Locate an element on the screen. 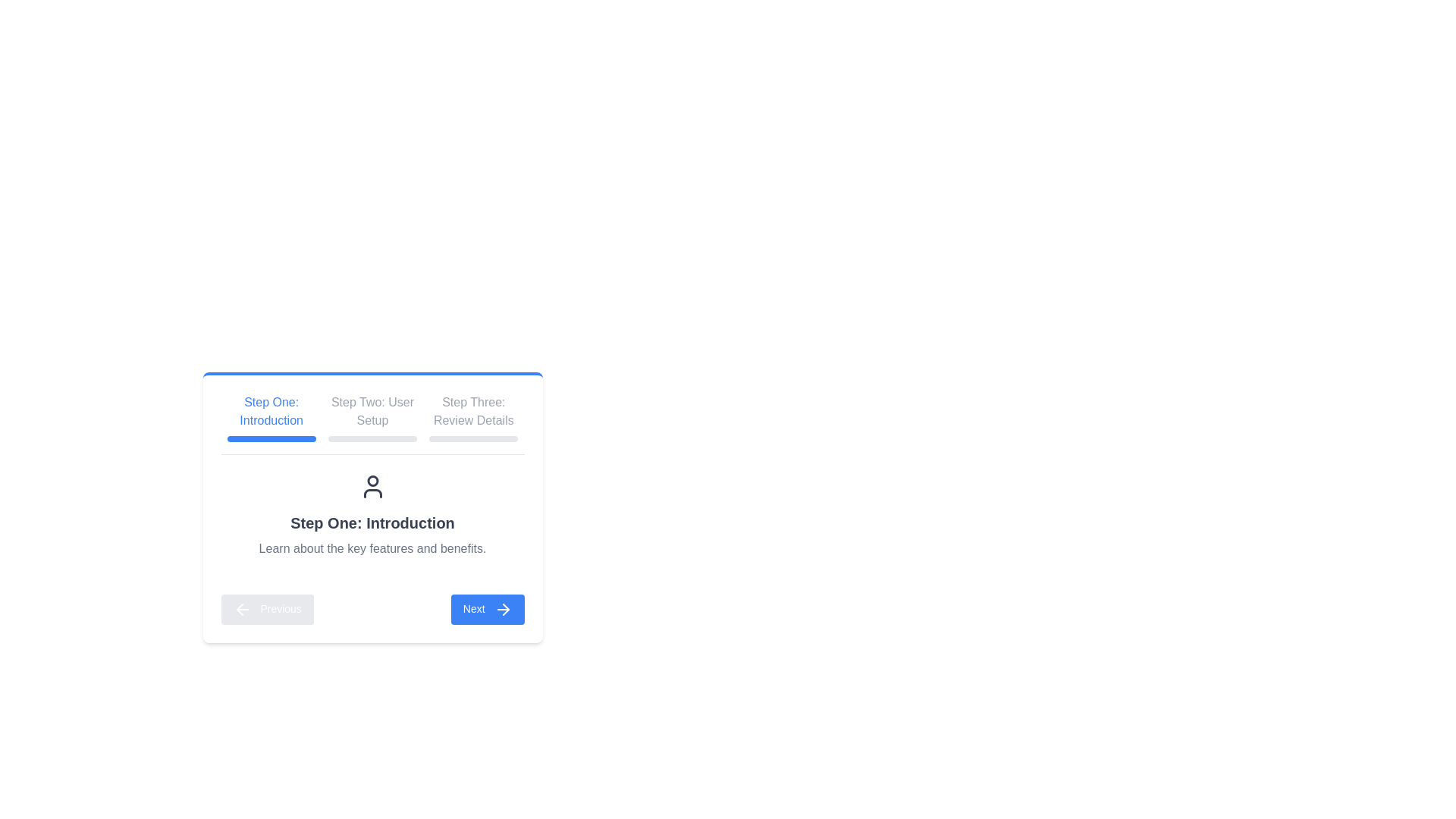 The image size is (1456, 819). the static text label displaying 'Step Three: Review Details' in gray font color, which is the third item in the horizontal step-indicator component at the top of the interface is located at coordinates (472, 412).